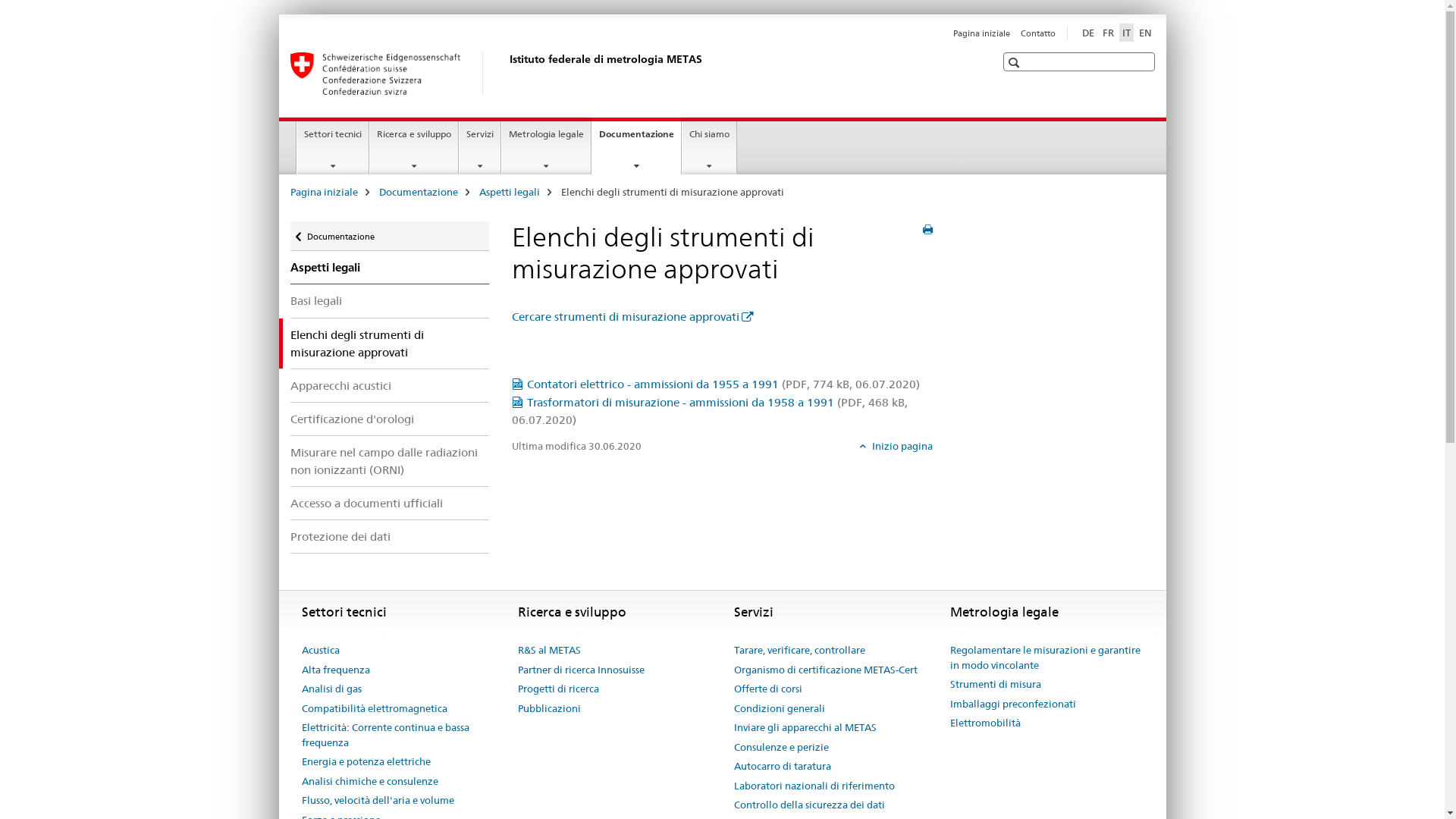 The width and height of the screenshot is (1456, 819). I want to click on 'Analisi chimiche e consulenze', so click(370, 781).